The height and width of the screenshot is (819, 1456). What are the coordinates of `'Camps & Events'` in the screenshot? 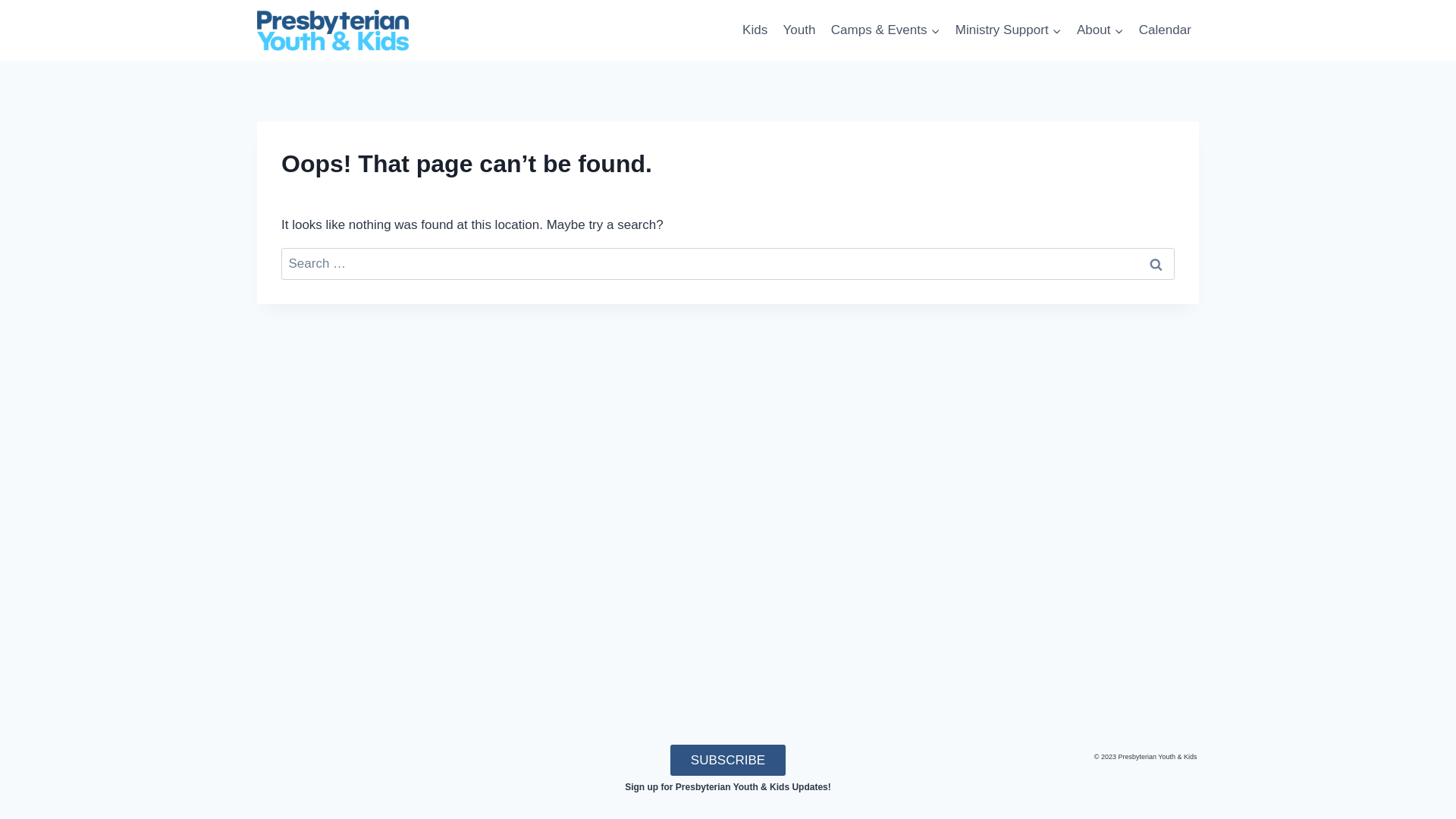 It's located at (822, 30).